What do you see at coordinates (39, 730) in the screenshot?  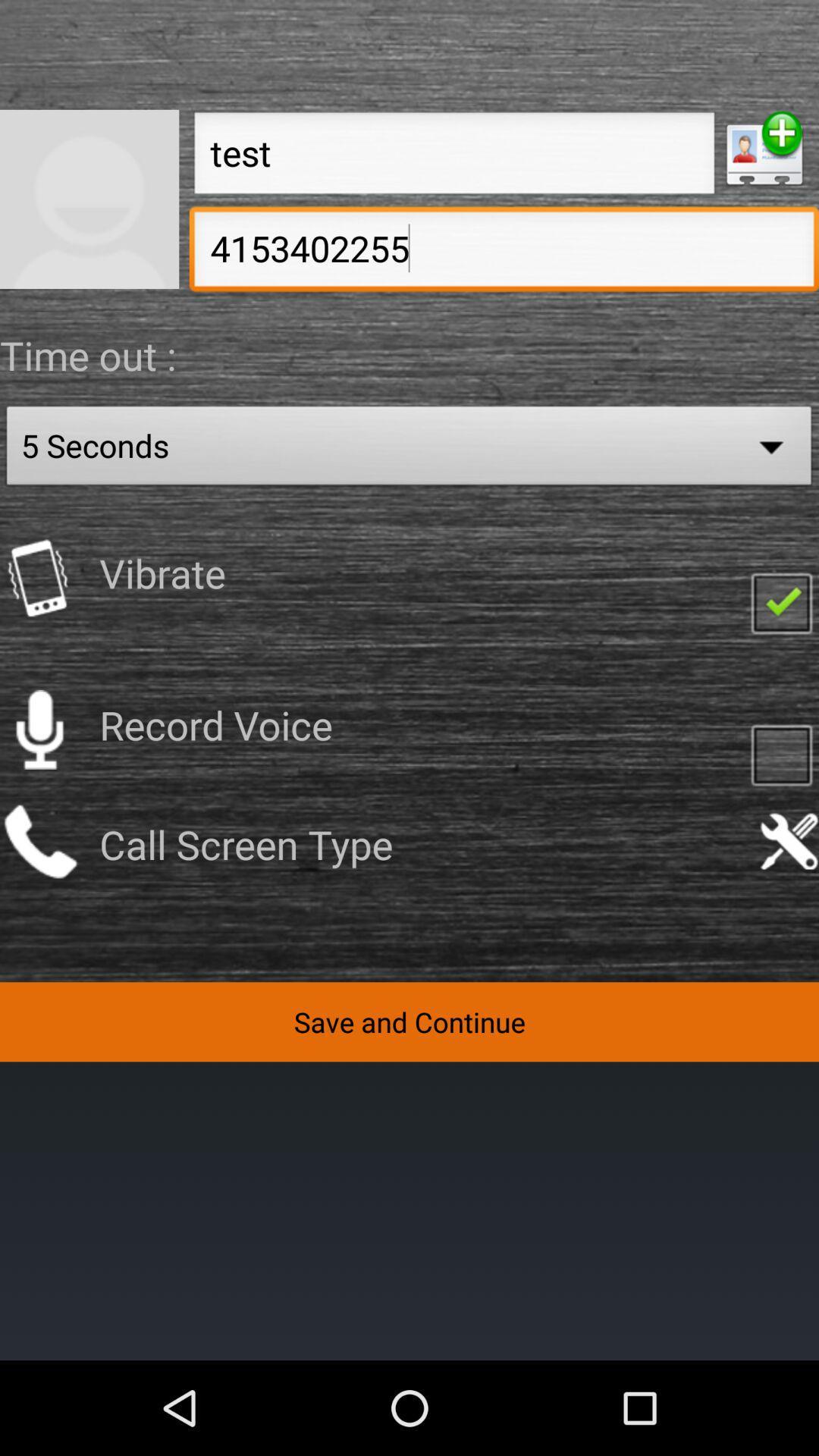 I see `choose the speaker` at bounding box center [39, 730].